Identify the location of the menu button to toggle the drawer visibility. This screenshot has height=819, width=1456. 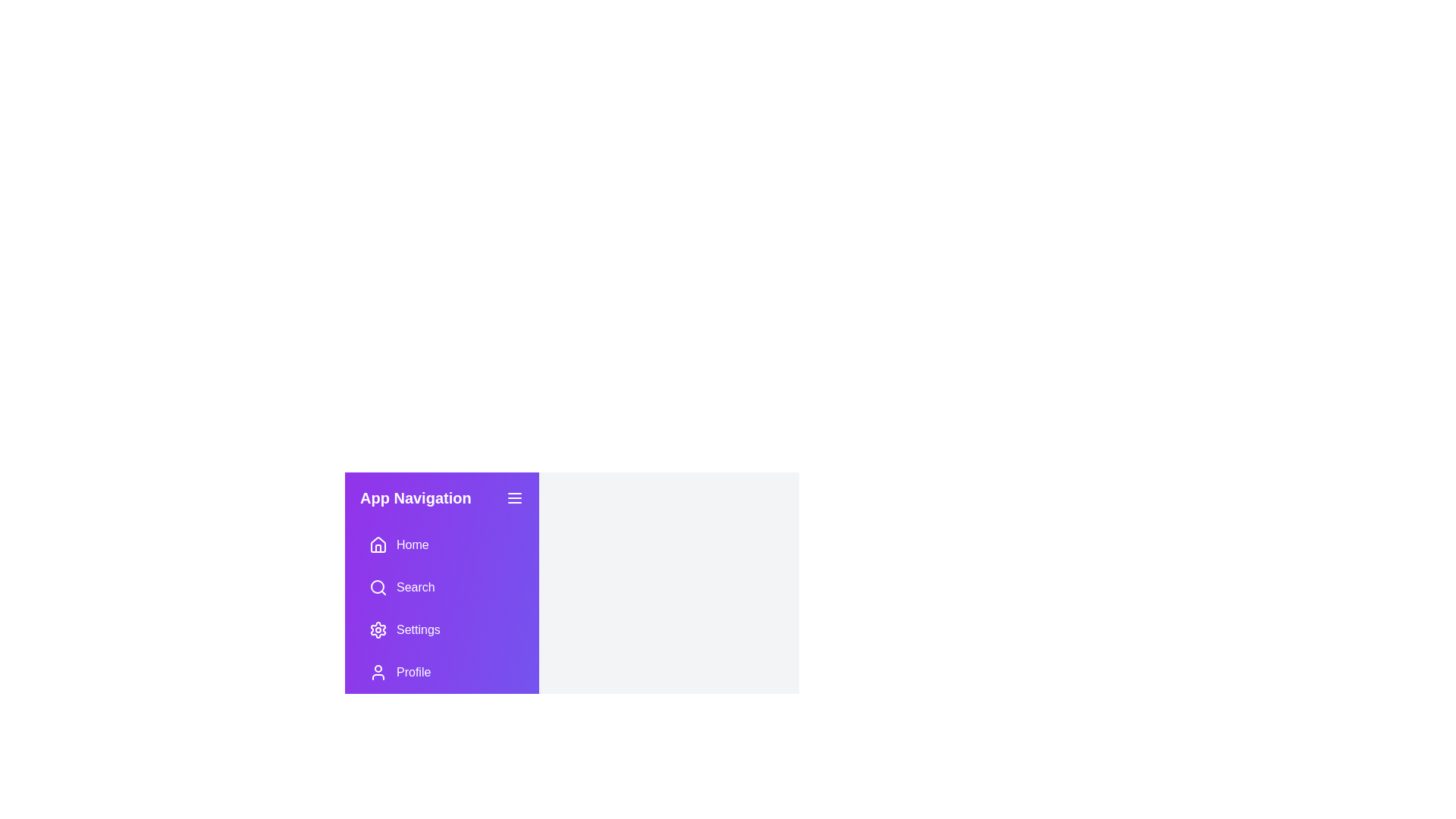
(514, 497).